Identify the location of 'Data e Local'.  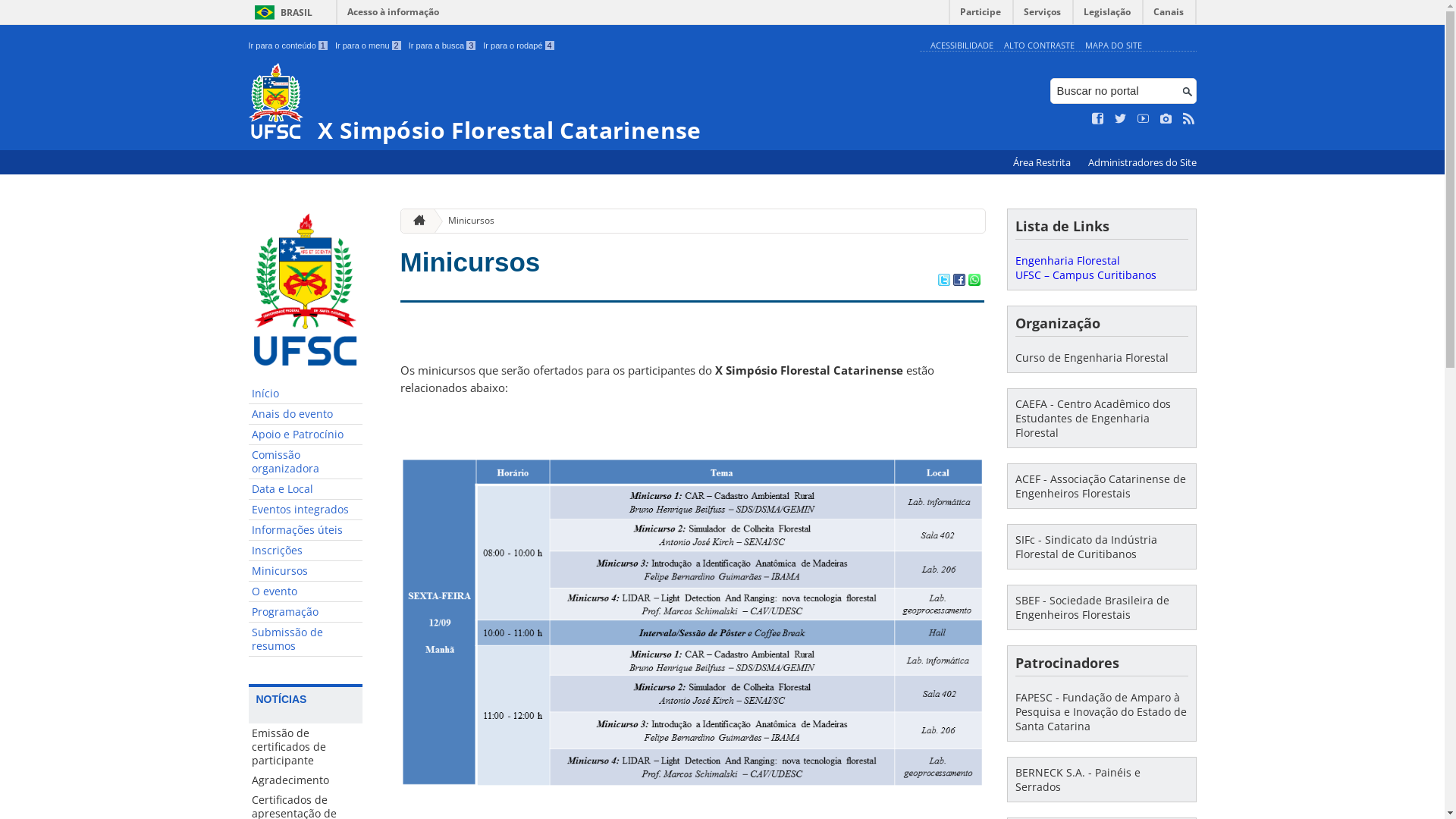
(248, 489).